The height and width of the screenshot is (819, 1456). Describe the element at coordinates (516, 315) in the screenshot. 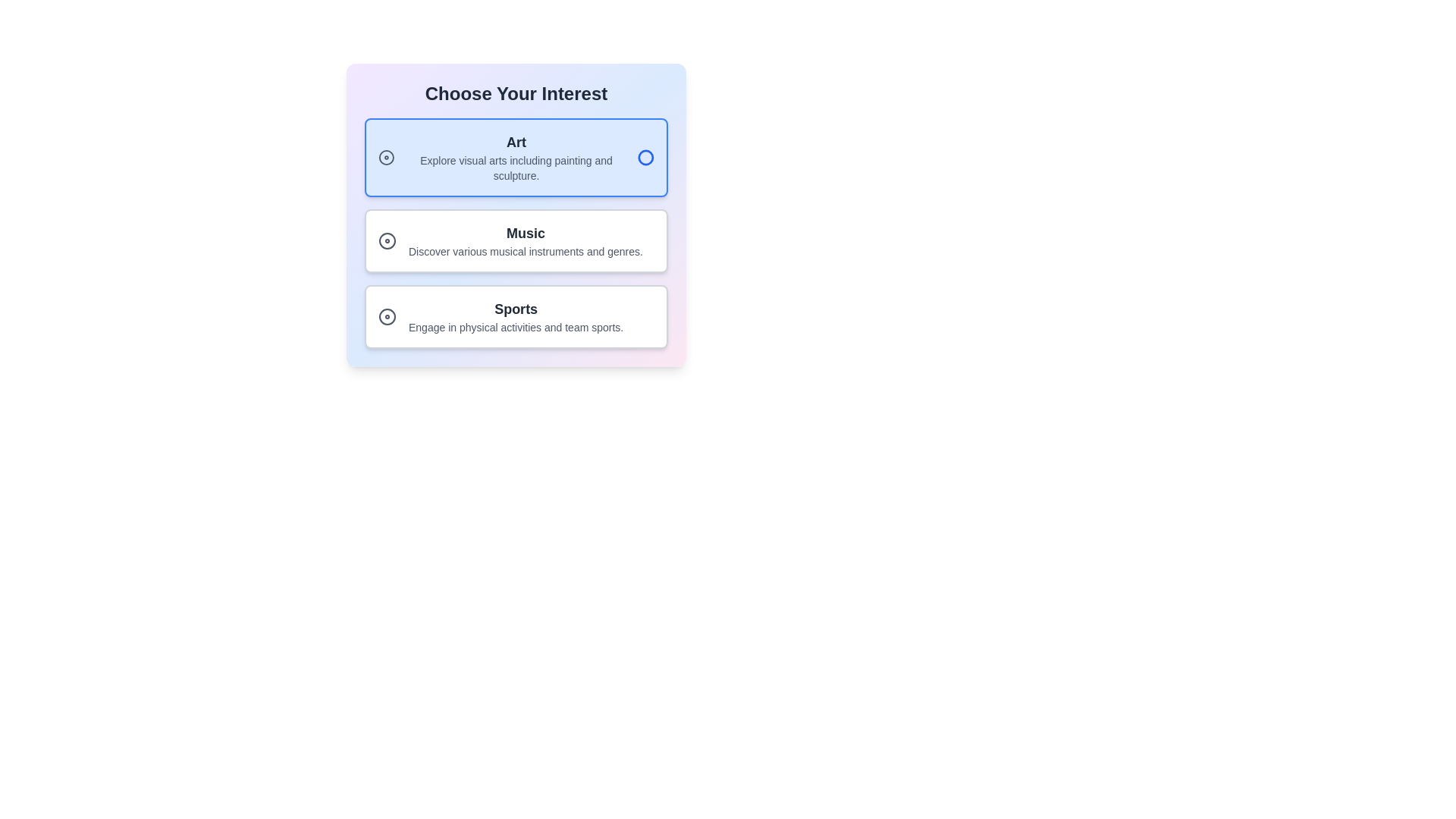

I see `the 'Sports' text block which displays the title 'Sports' in bold and the subtitle 'Engage in physical activities and team sports.'` at that location.